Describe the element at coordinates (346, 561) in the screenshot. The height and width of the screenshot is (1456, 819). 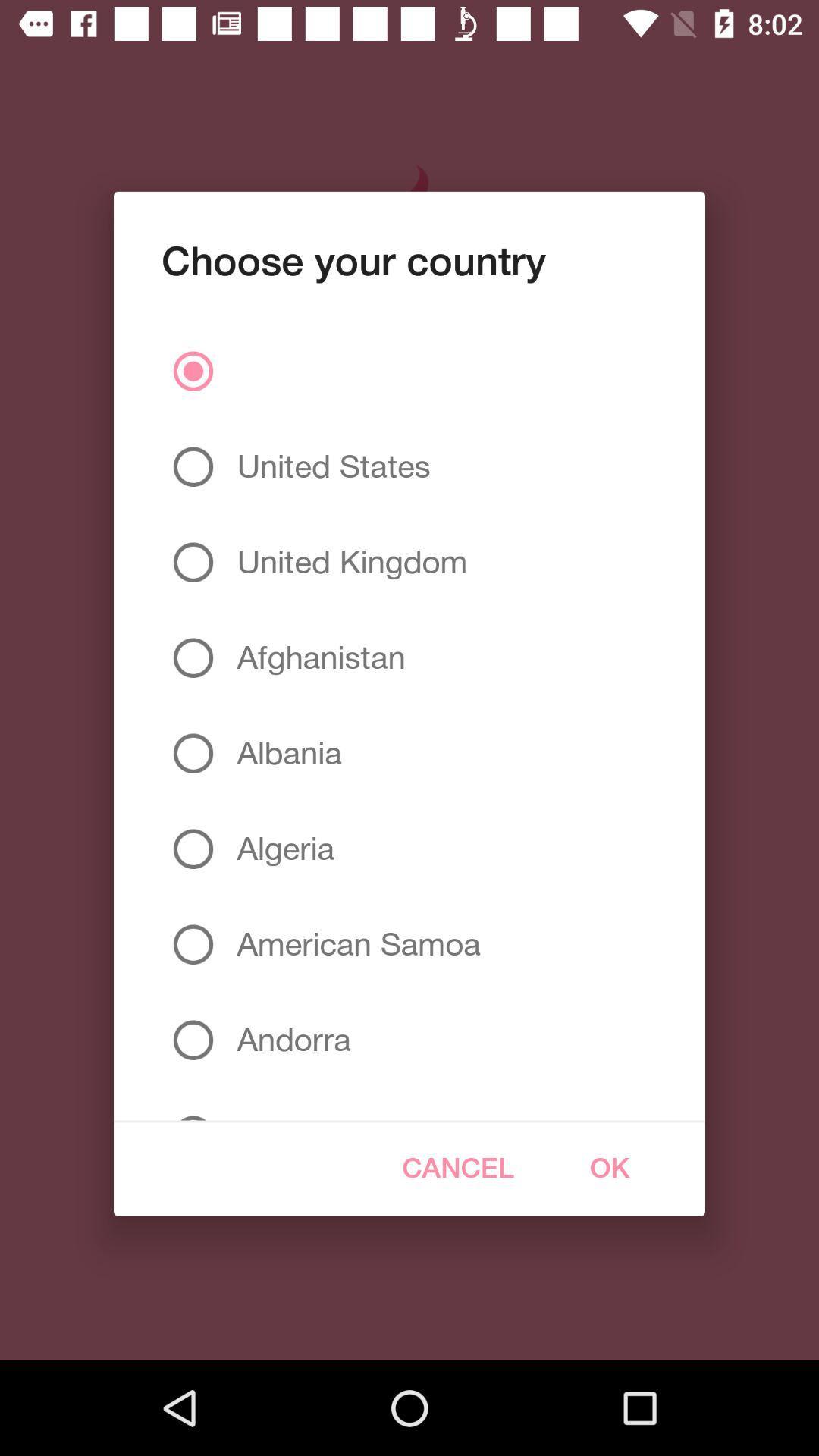
I see `the united kingdom item` at that location.